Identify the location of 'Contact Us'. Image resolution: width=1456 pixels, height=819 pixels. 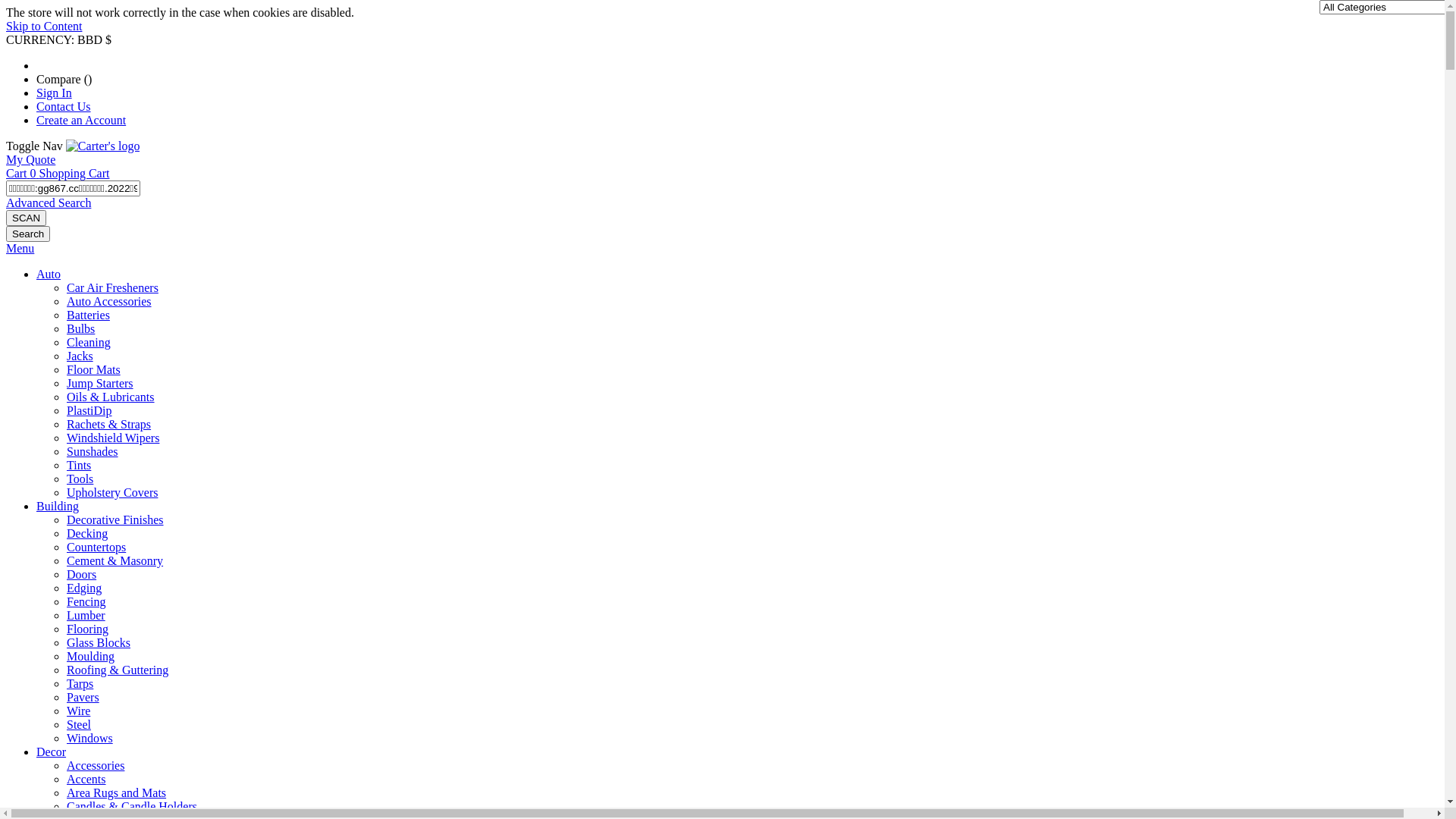
(62, 105).